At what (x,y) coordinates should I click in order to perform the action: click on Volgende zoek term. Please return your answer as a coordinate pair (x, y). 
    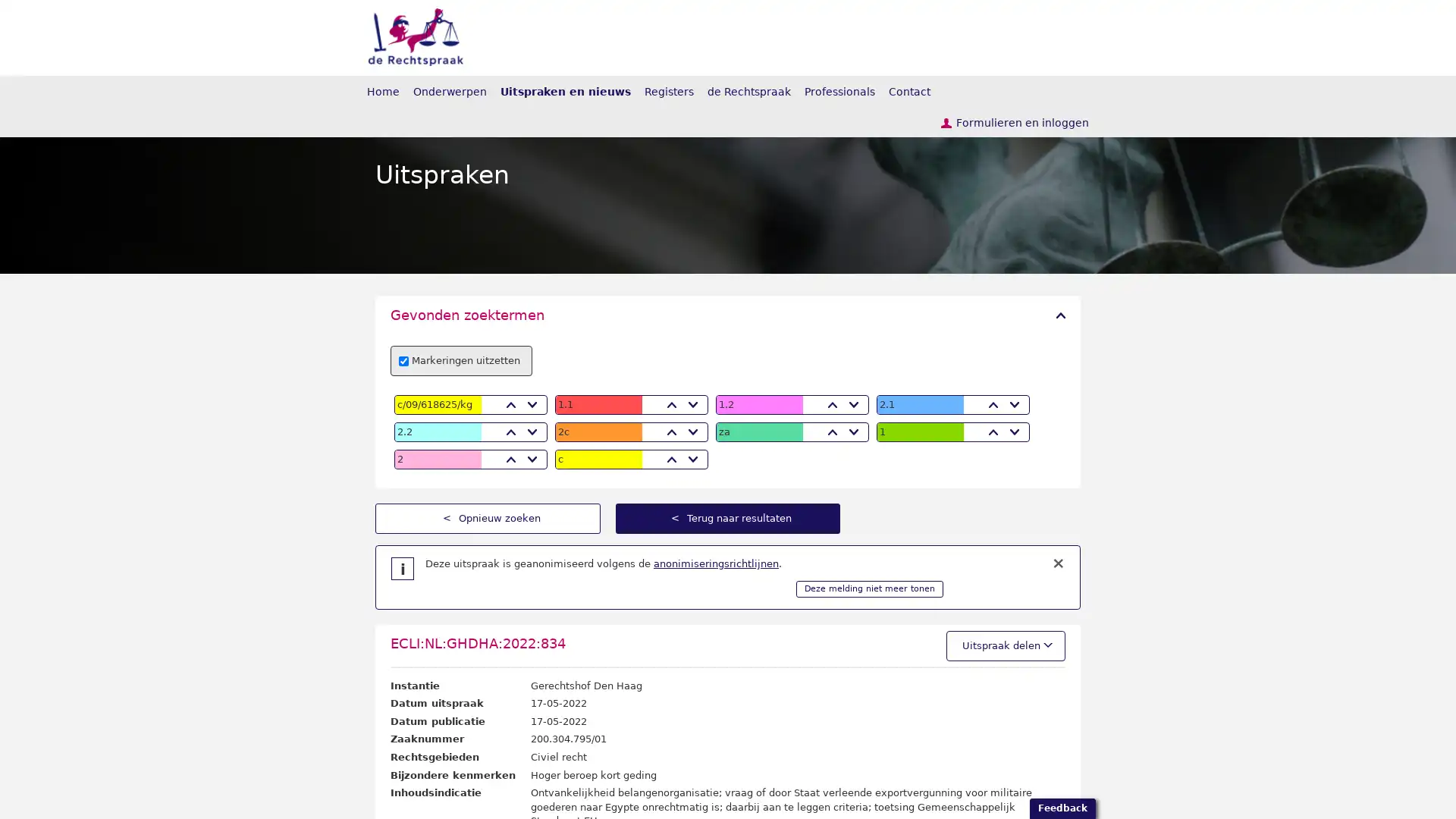
    Looking at the image, I should click on (854, 403).